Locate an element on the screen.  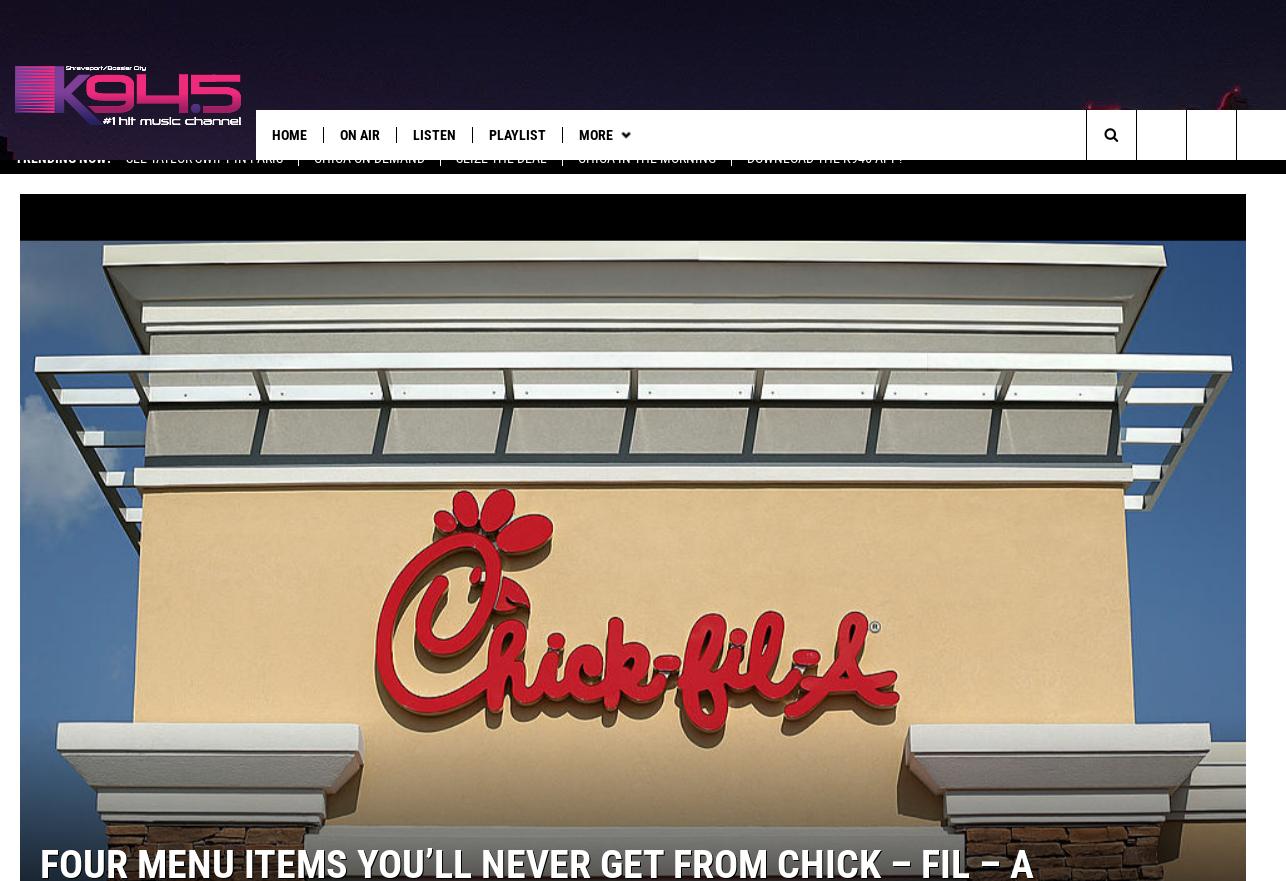
'Chica in the Morning' is located at coordinates (646, 176).